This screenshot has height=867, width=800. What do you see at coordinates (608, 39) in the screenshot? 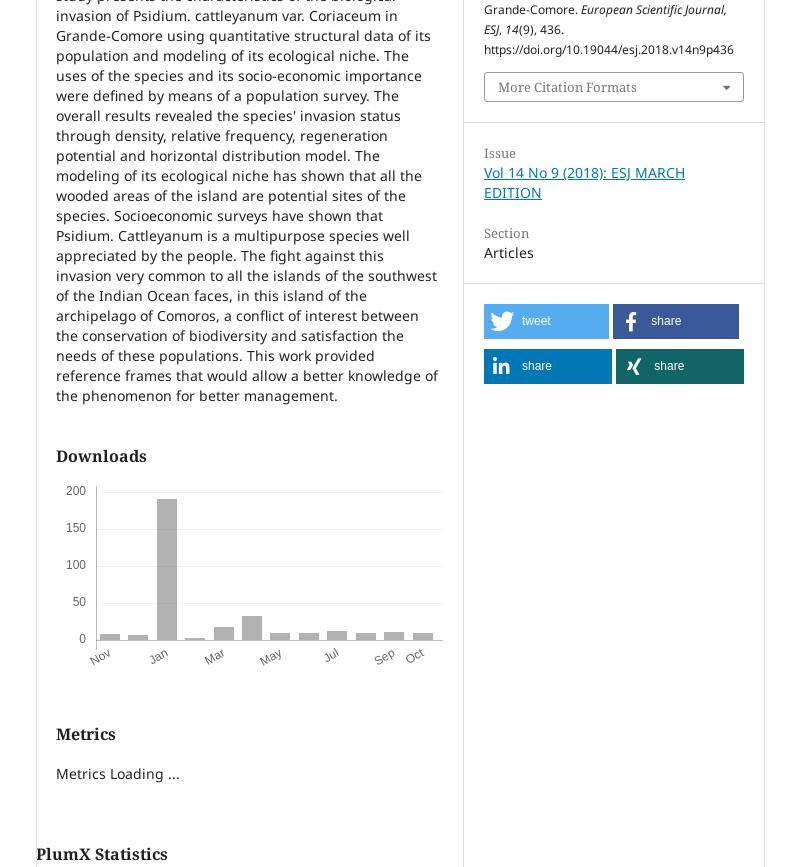
I see `'(9), 436. https://doi.org/10.19044/esj.2018.v14n9p436'` at bounding box center [608, 39].